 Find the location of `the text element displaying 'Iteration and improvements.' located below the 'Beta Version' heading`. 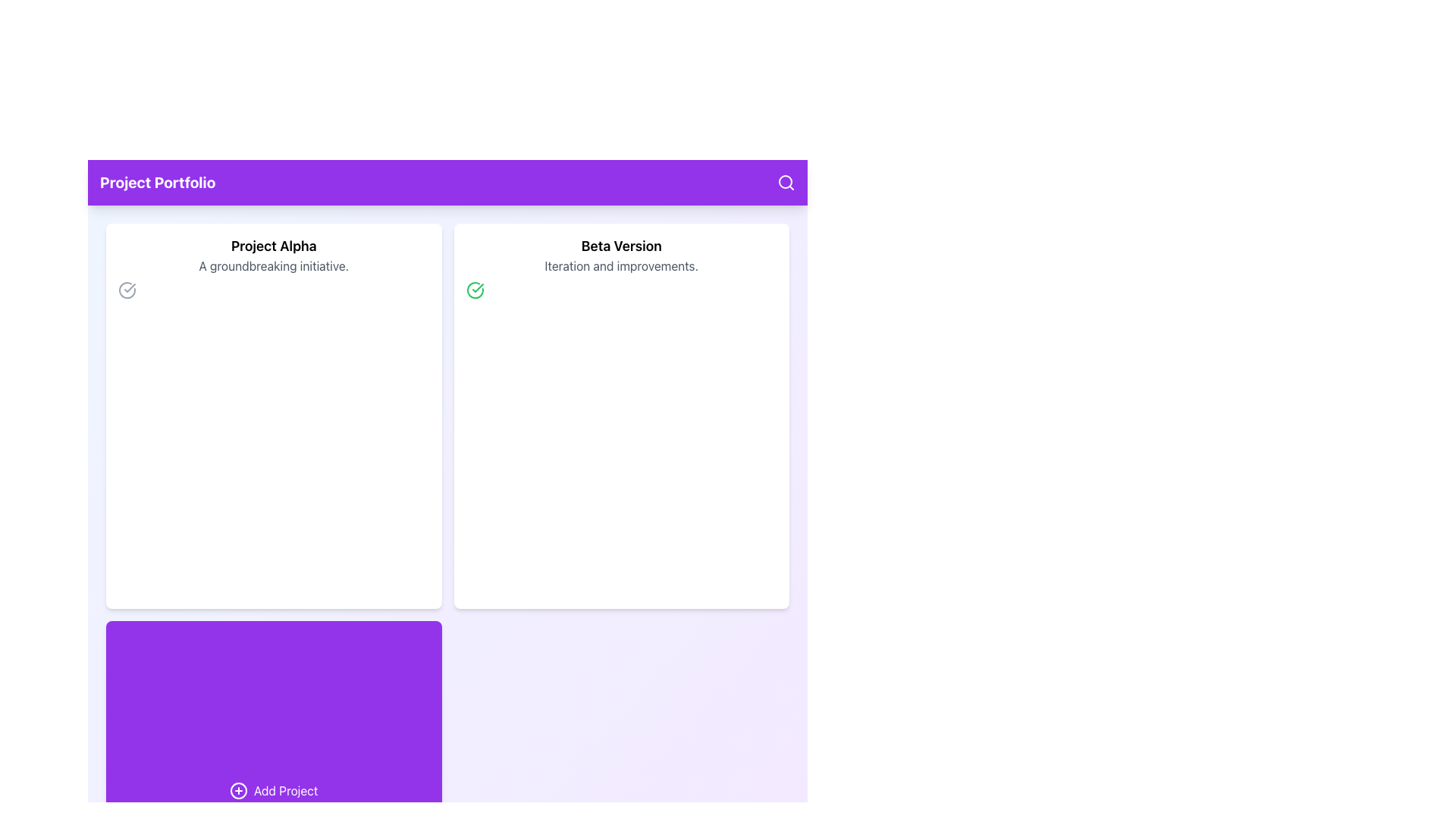

the text element displaying 'Iteration and improvements.' located below the 'Beta Version' heading is located at coordinates (621, 265).